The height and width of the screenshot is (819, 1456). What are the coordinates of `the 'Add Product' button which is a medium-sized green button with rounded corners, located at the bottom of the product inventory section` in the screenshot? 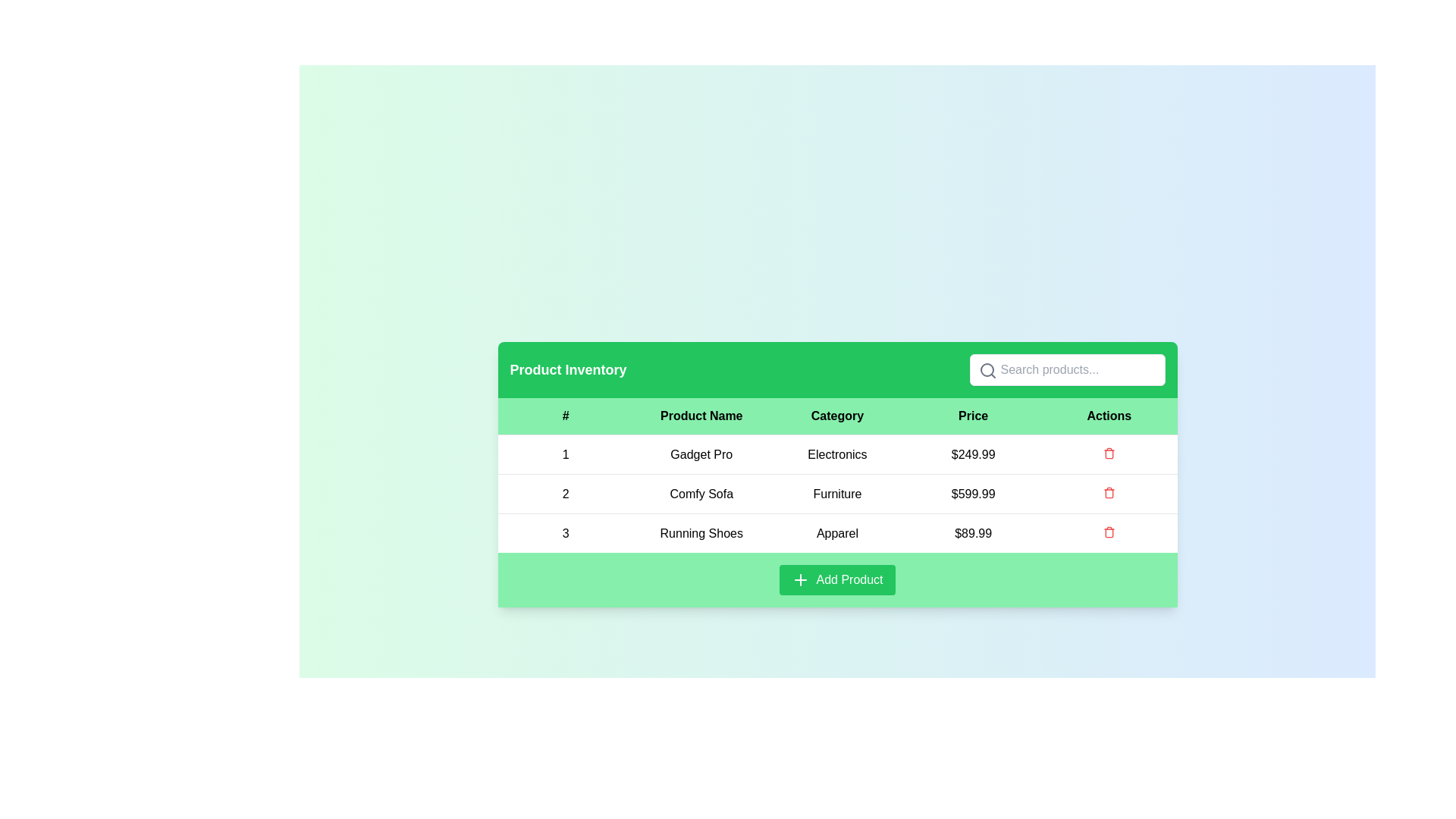 It's located at (836, 579).